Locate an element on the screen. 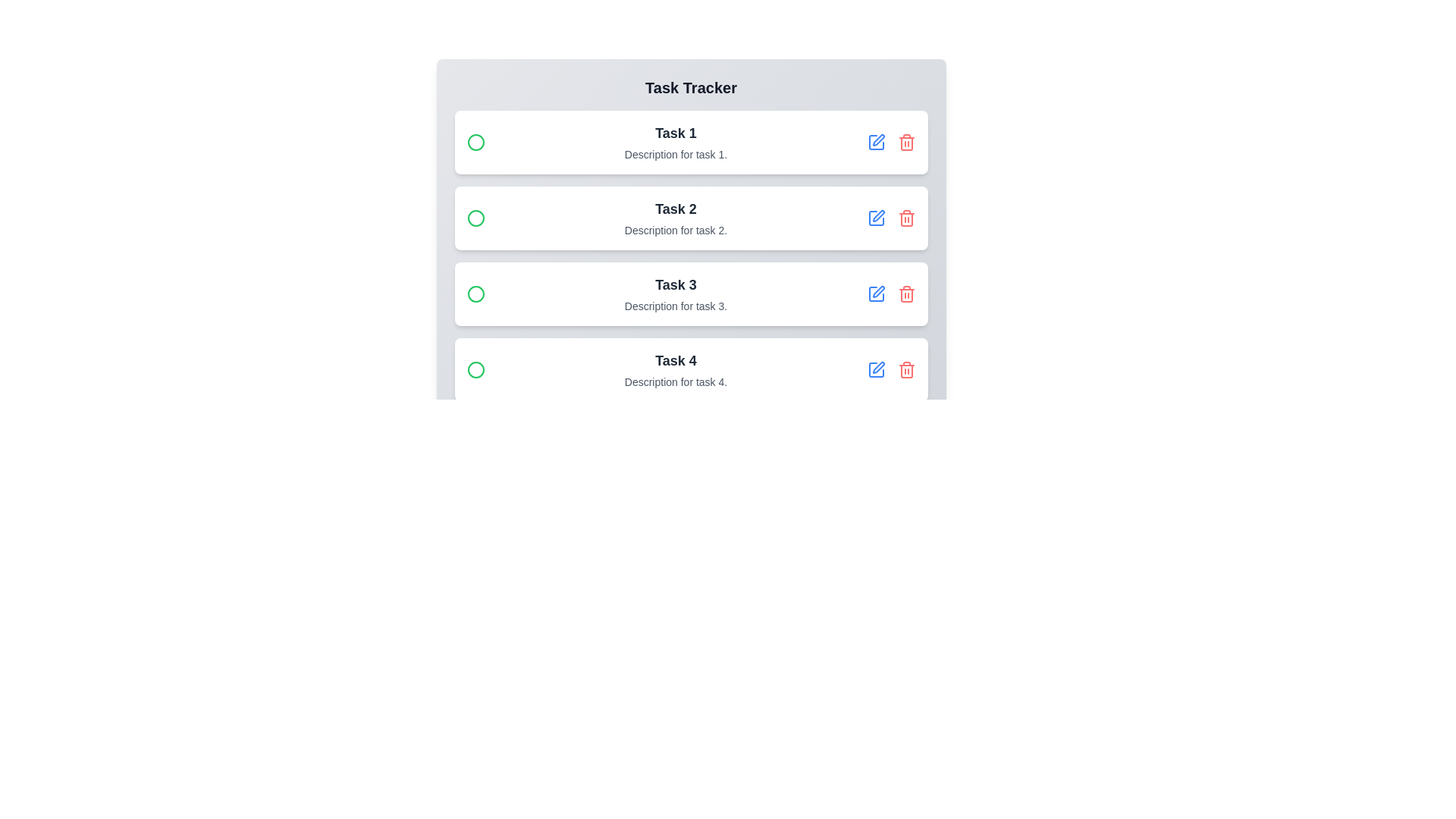  the delete button for task 1 is located at coordinates (906, 143).